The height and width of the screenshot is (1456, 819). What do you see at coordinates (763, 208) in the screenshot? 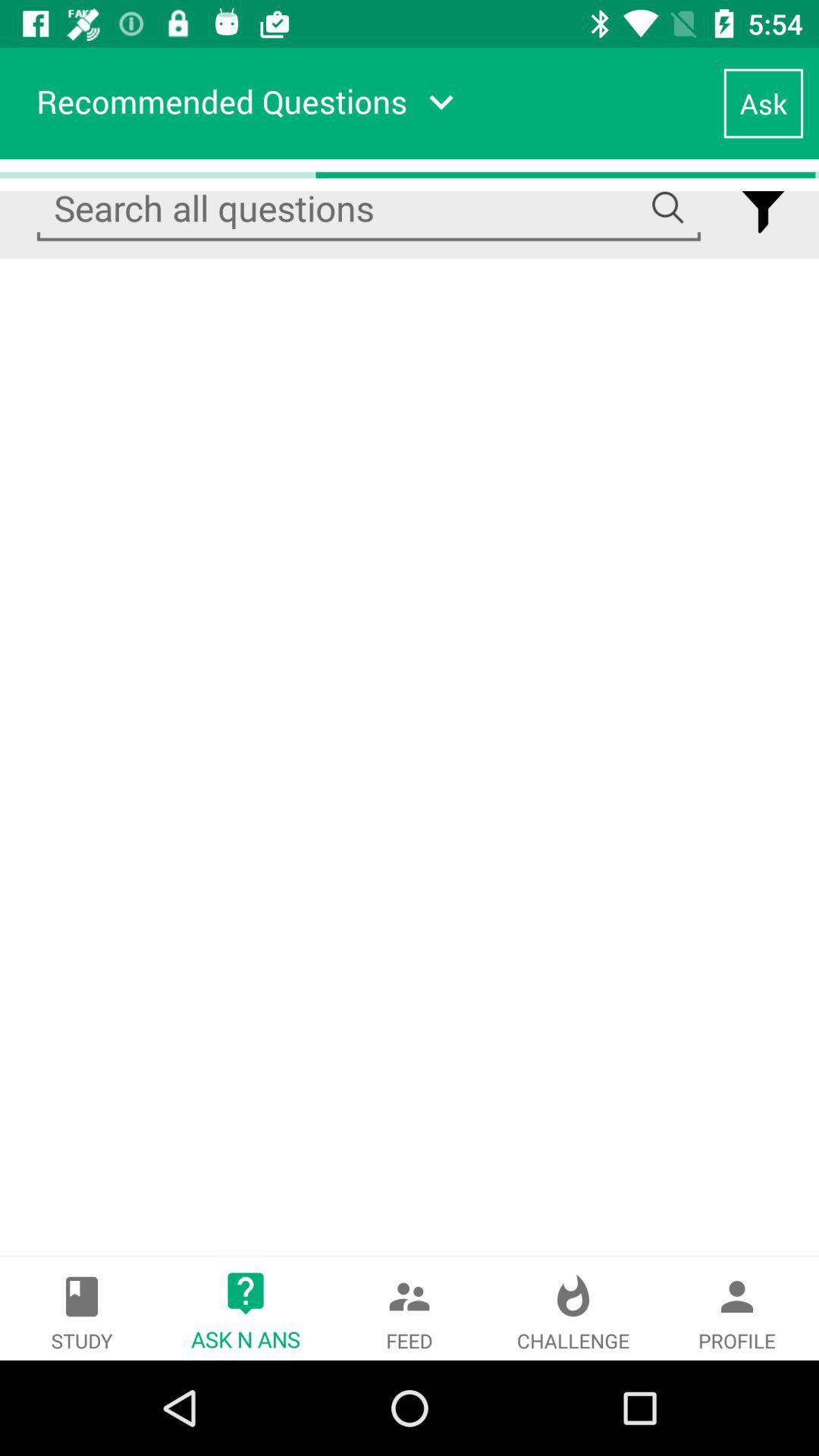
I see `filter option` at bounding box center [763, 208].